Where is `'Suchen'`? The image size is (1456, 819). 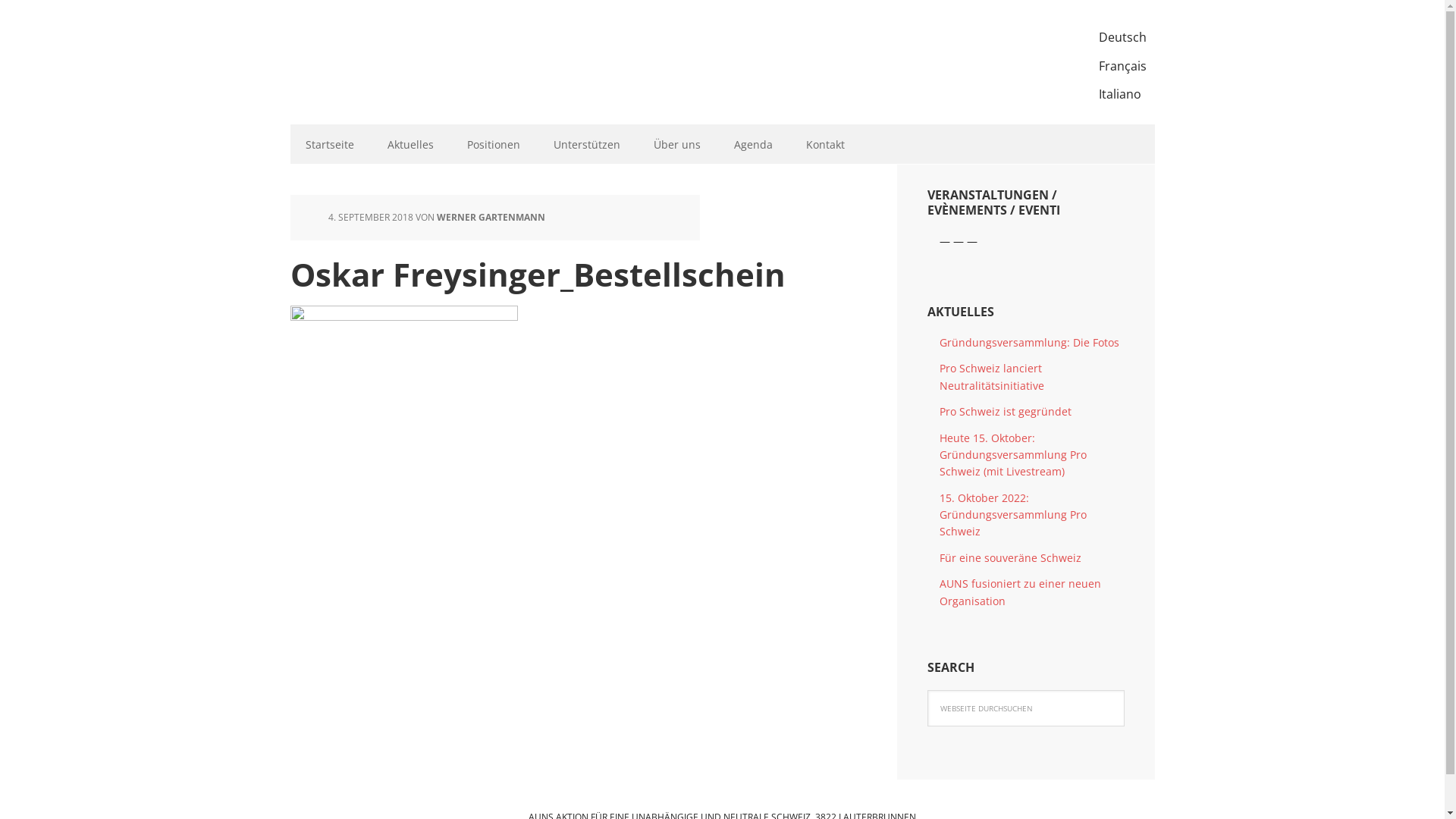
'Suchen' is located at coordinates (1124, 689).